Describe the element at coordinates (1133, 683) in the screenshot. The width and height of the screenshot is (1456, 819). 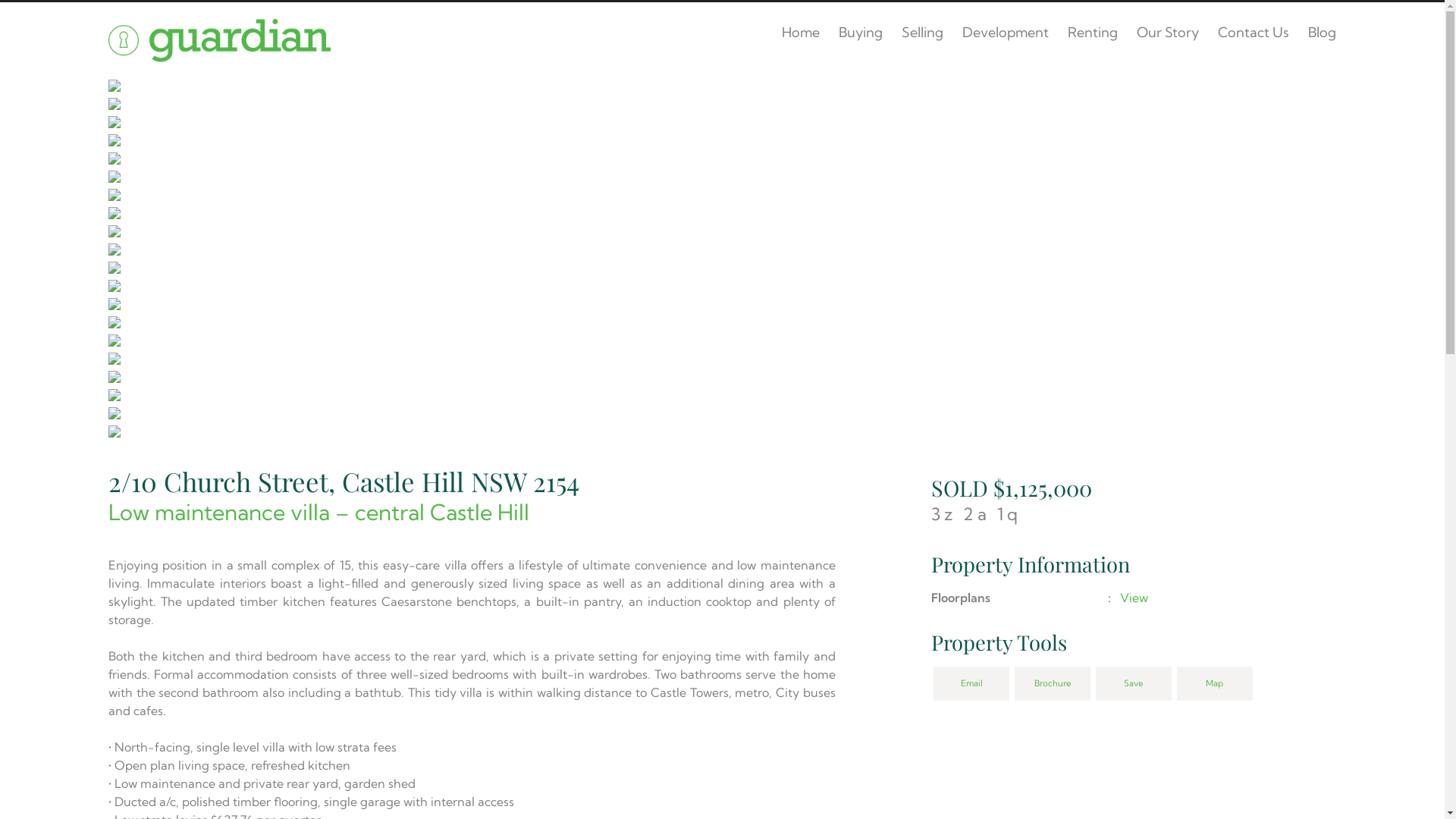
I see `'Save'` at that location.